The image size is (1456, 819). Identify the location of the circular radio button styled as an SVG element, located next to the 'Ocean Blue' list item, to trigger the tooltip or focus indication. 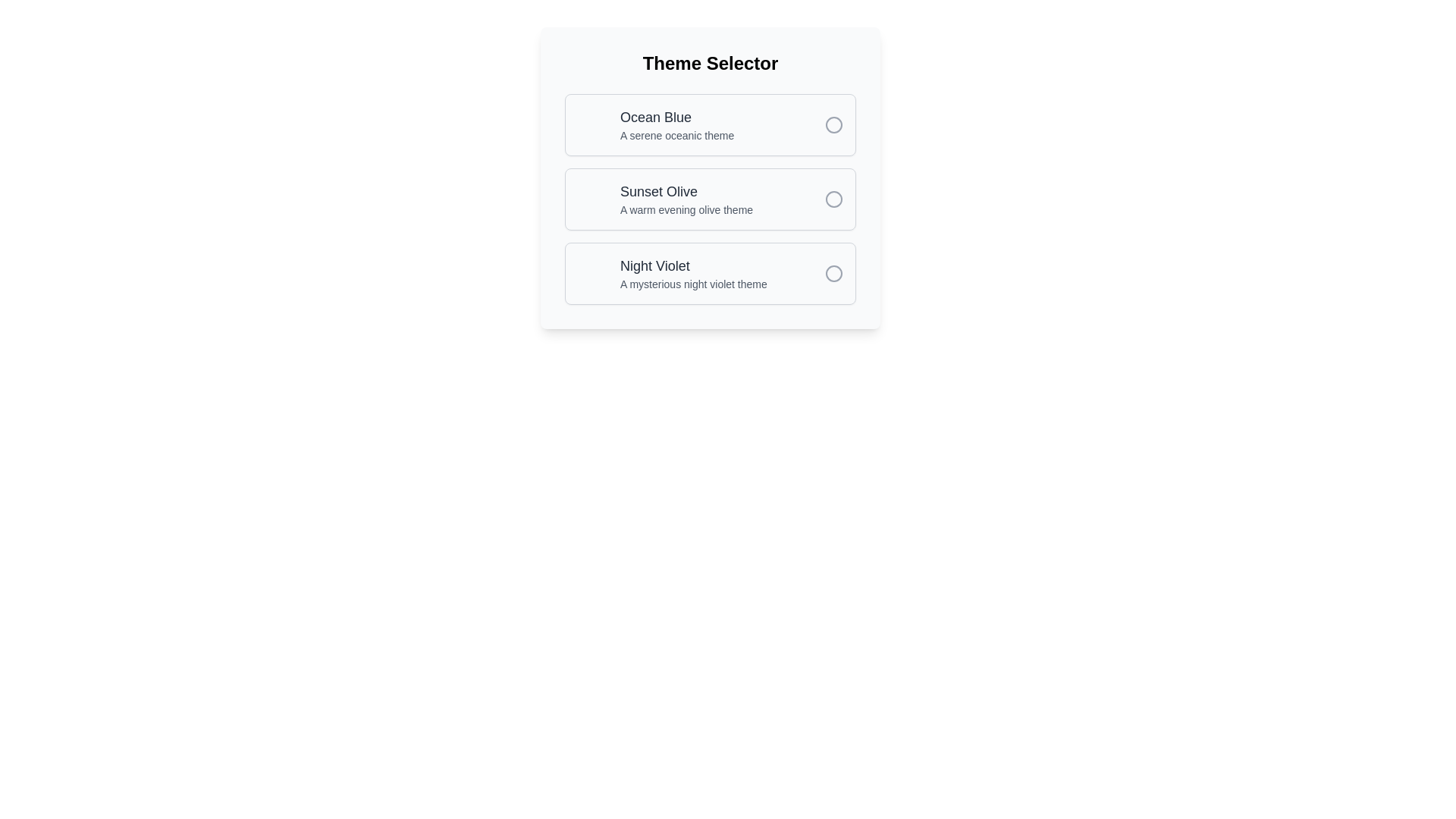
(833, 124).